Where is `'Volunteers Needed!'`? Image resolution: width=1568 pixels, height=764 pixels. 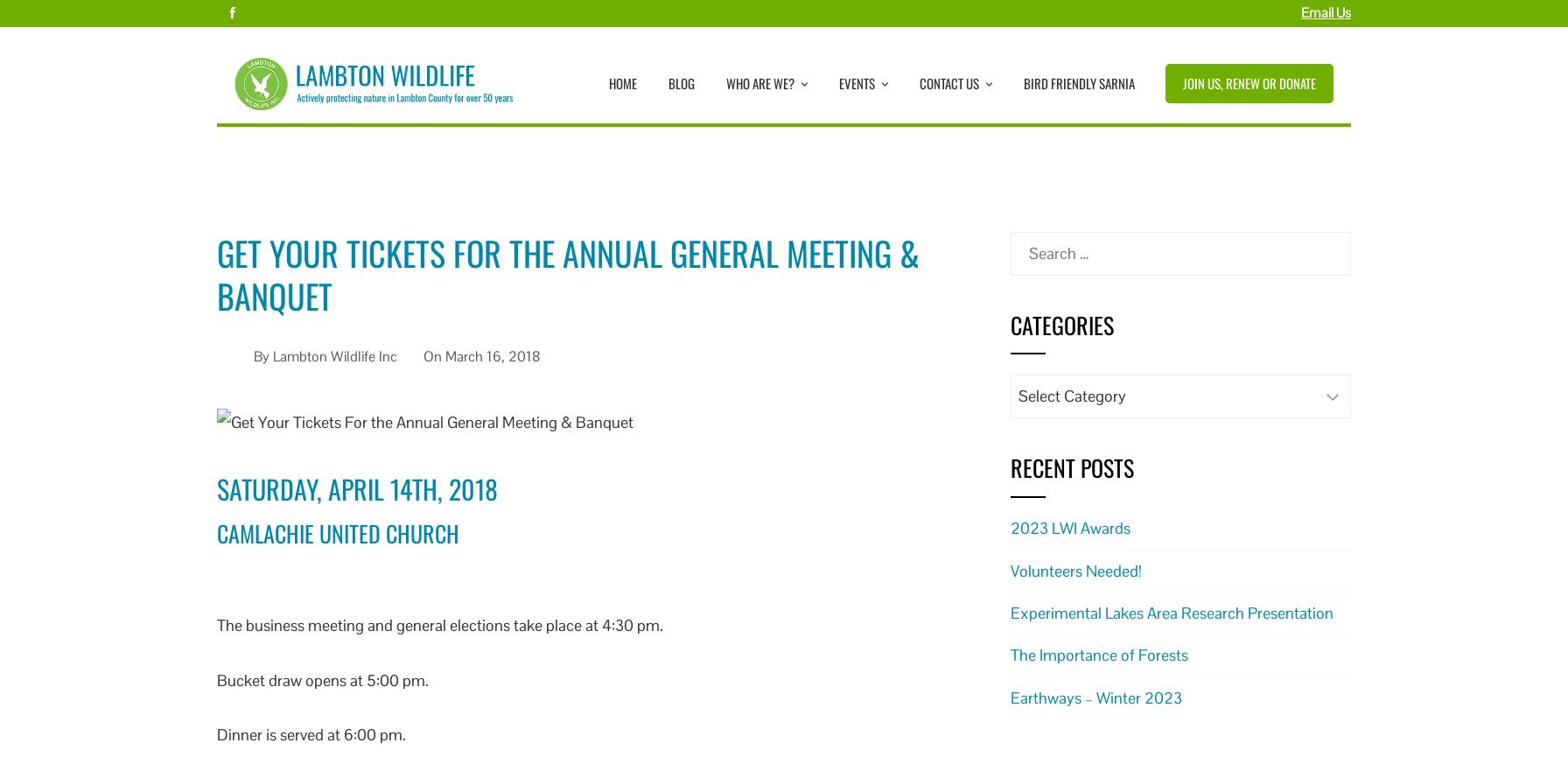
'Volunteers Needed!' is located at coordinates (1076, 570).